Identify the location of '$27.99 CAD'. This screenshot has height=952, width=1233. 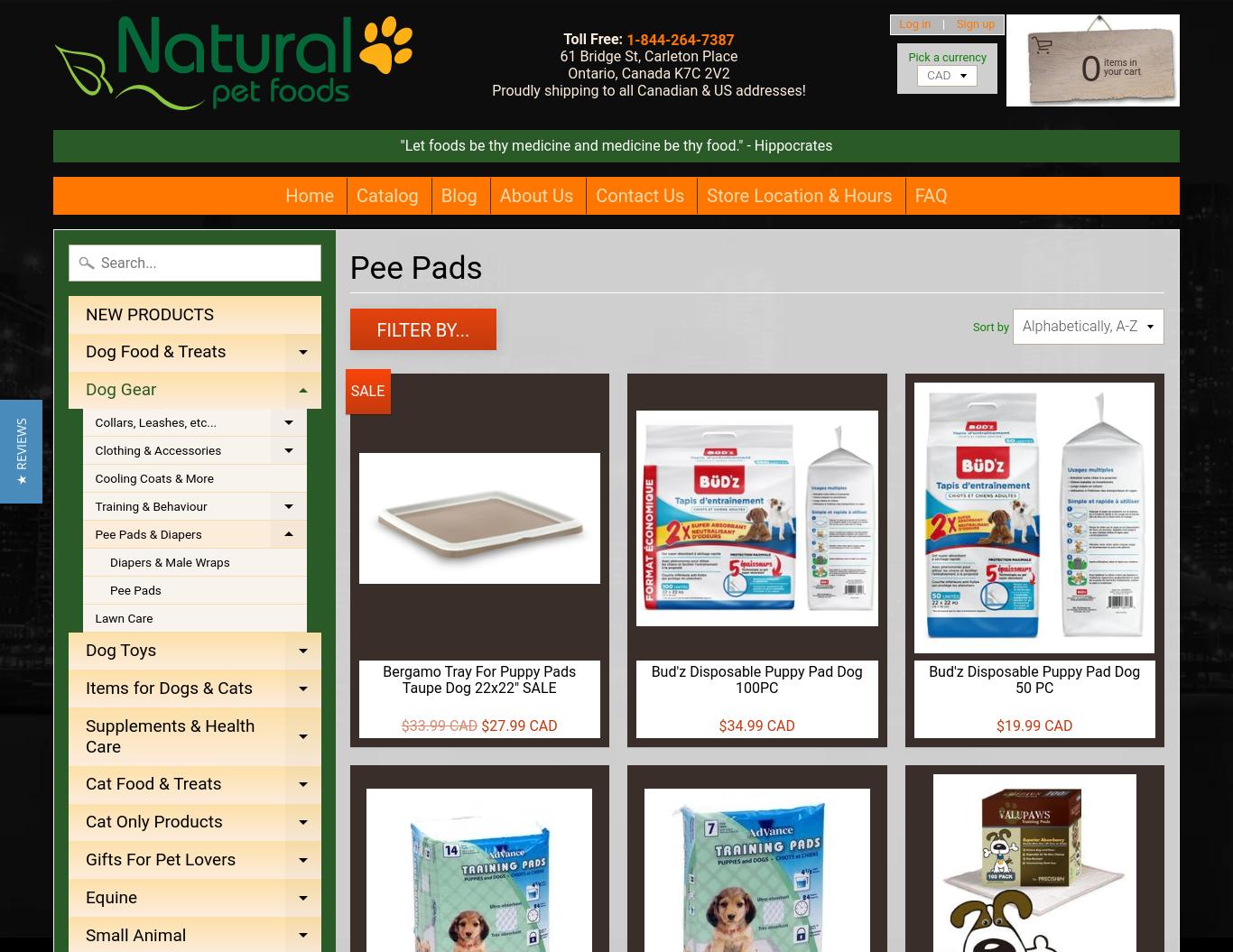
(517, 724).